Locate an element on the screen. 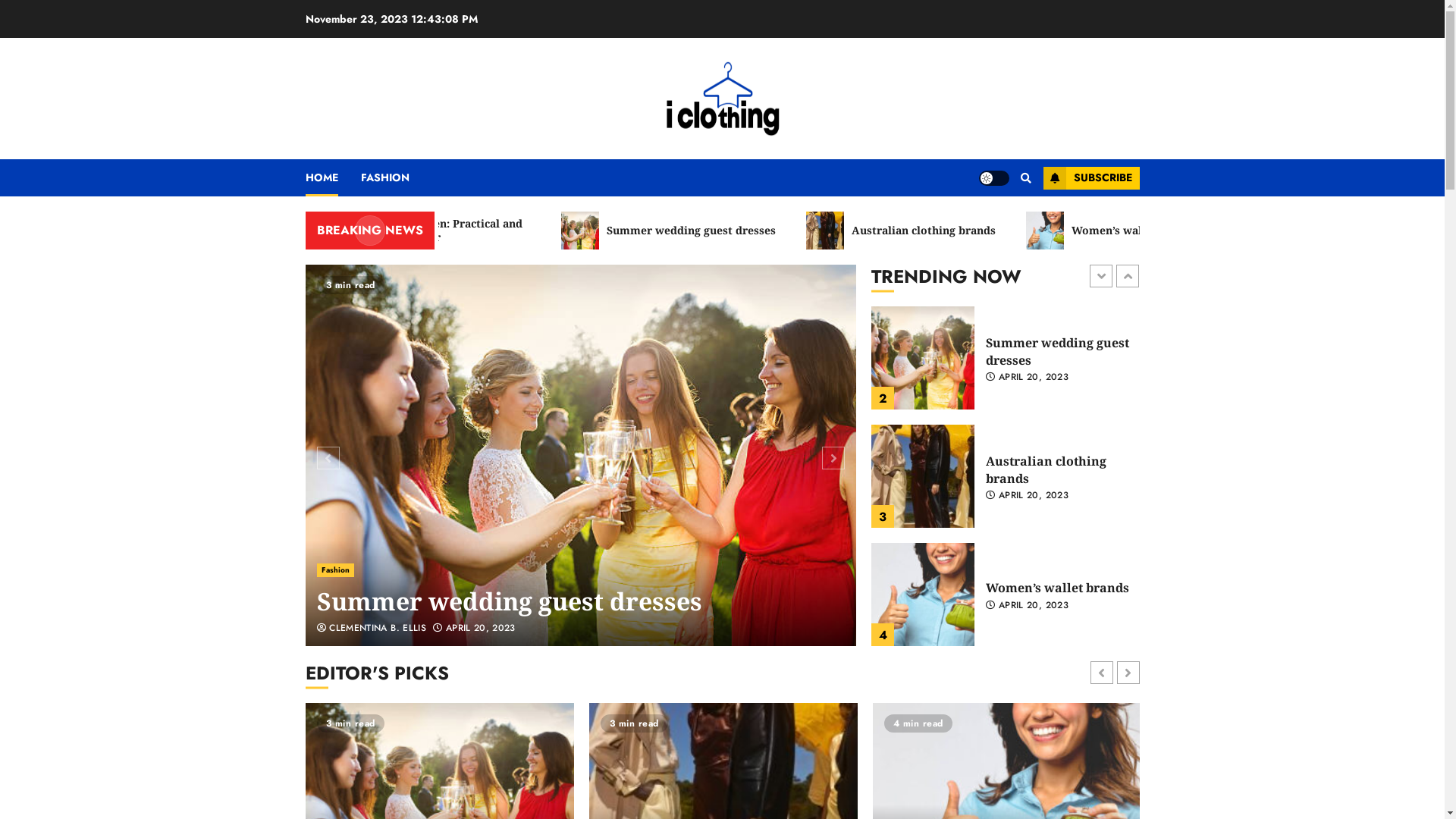  'Clear Heels for Women: Practical and Fashionable Footwear' is located at coordinates (463, 231).